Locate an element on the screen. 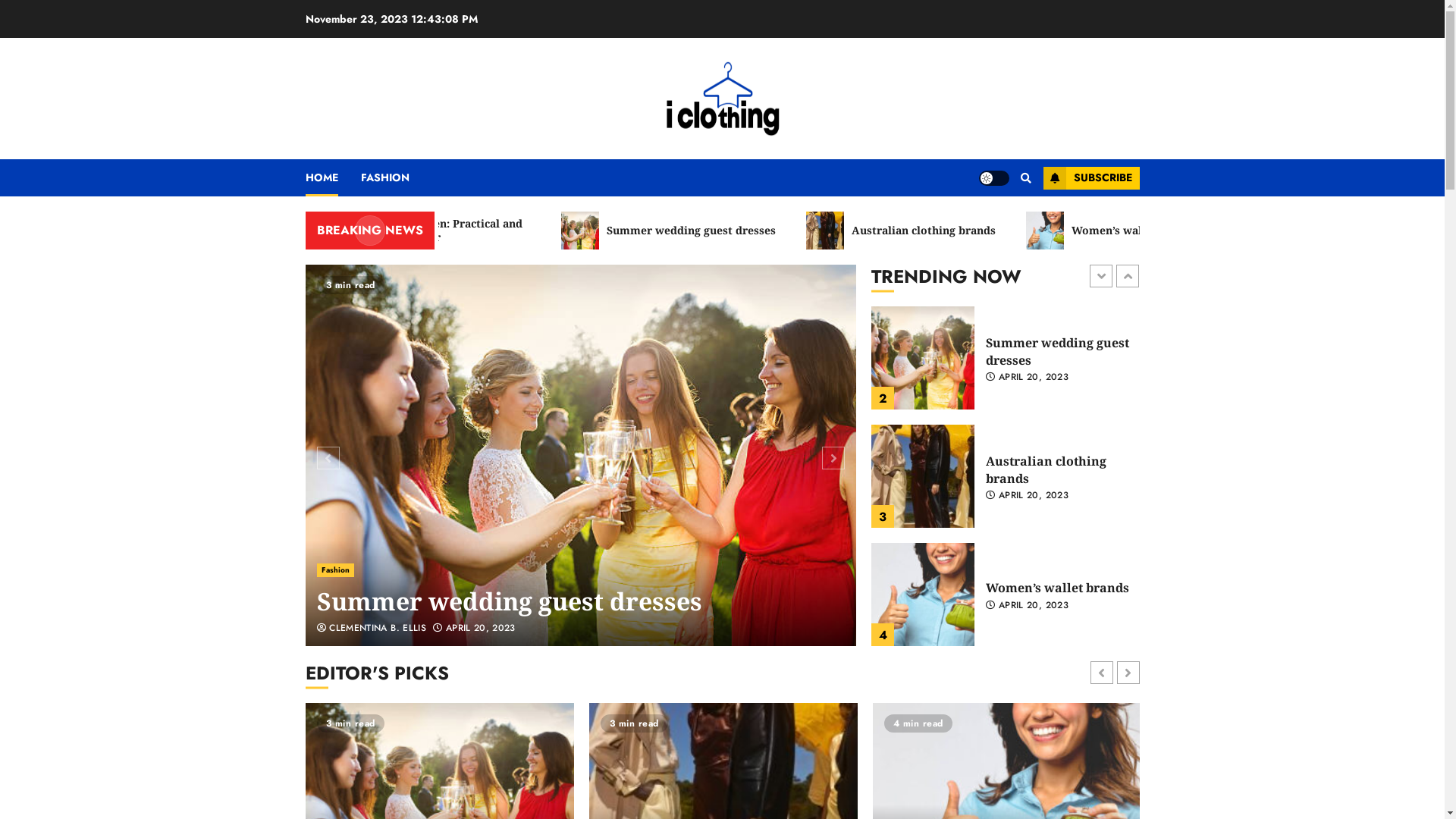  'Clear Heels for Women: Practical and Fashionable Footwear' is located at coordinates (463, 231).